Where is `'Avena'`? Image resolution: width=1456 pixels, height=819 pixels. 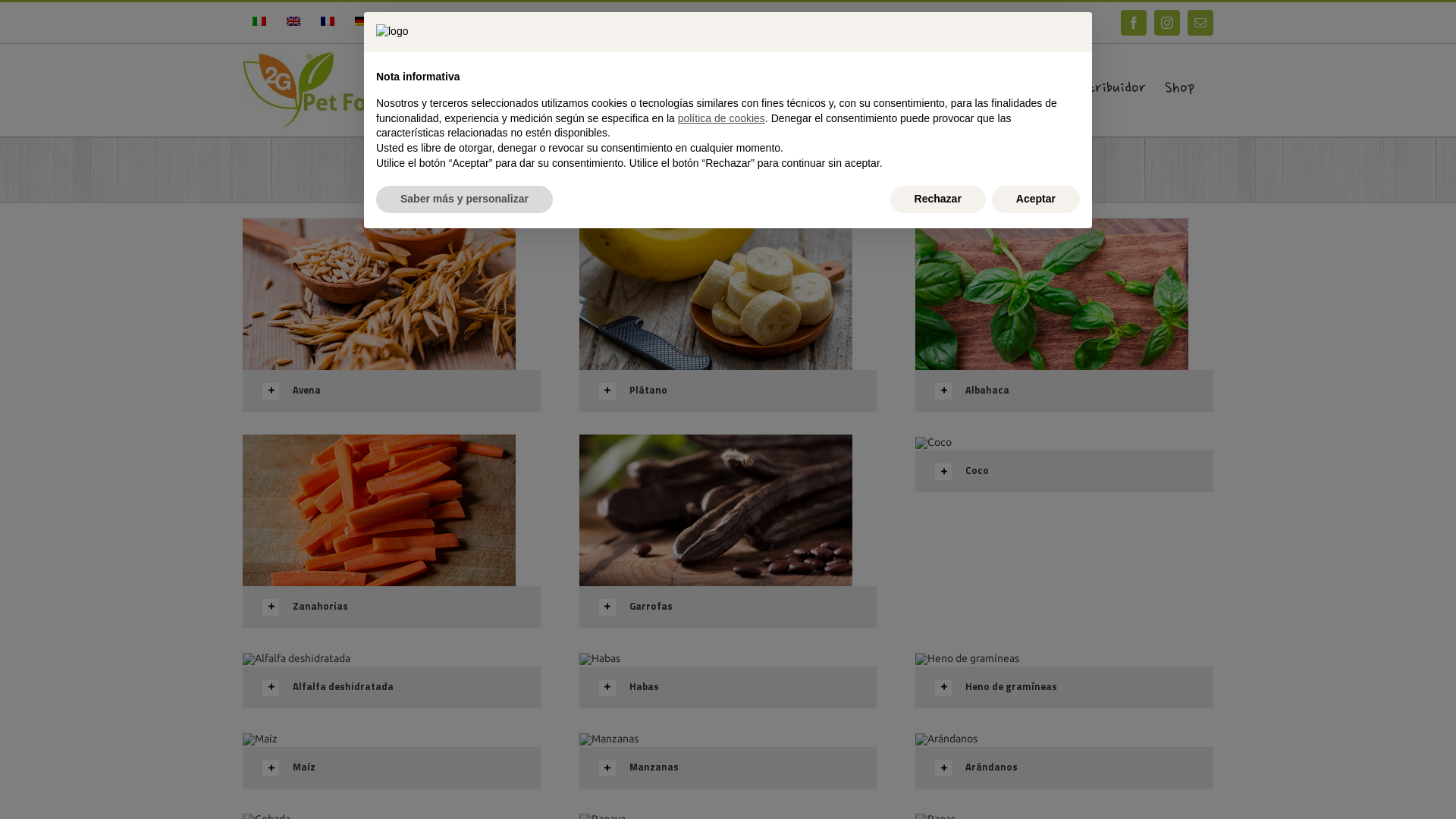 'Avena' is located at coordinates (378, 294).